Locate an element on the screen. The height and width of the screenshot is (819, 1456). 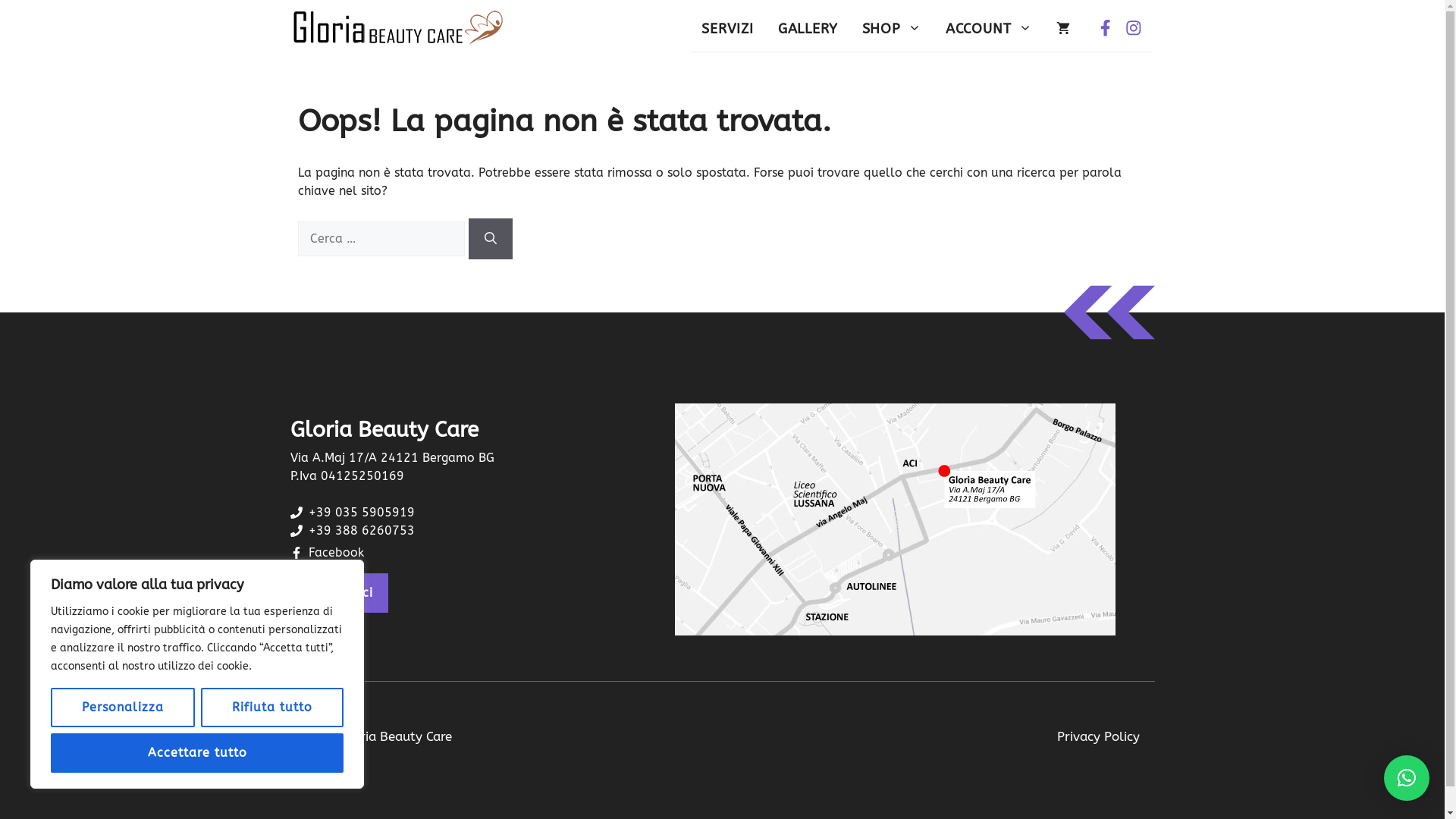
'Contattaci' is located at coordinates (337, 592).